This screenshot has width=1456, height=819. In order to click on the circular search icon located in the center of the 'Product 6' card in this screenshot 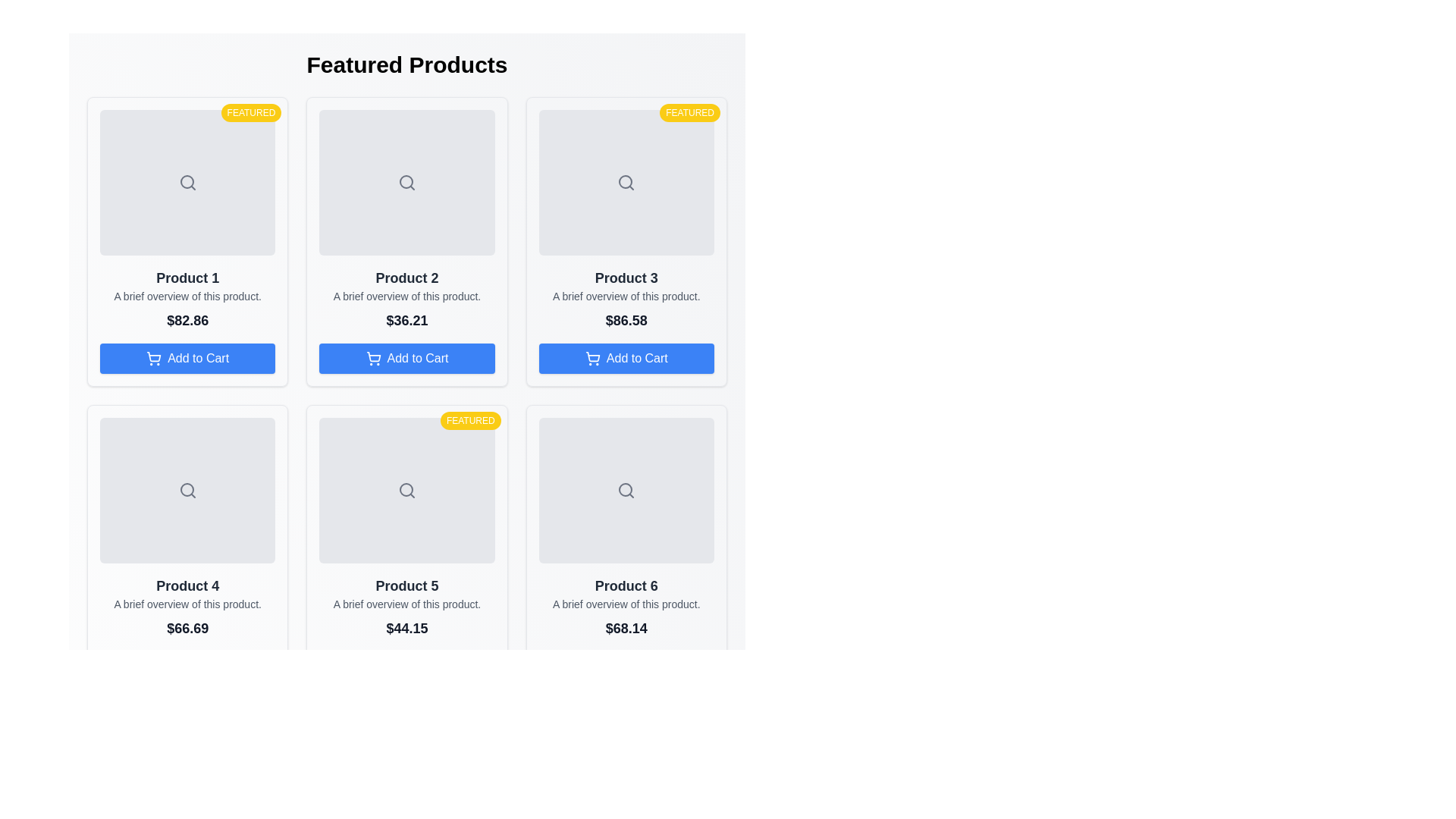, I will do `click(626, 489)`.